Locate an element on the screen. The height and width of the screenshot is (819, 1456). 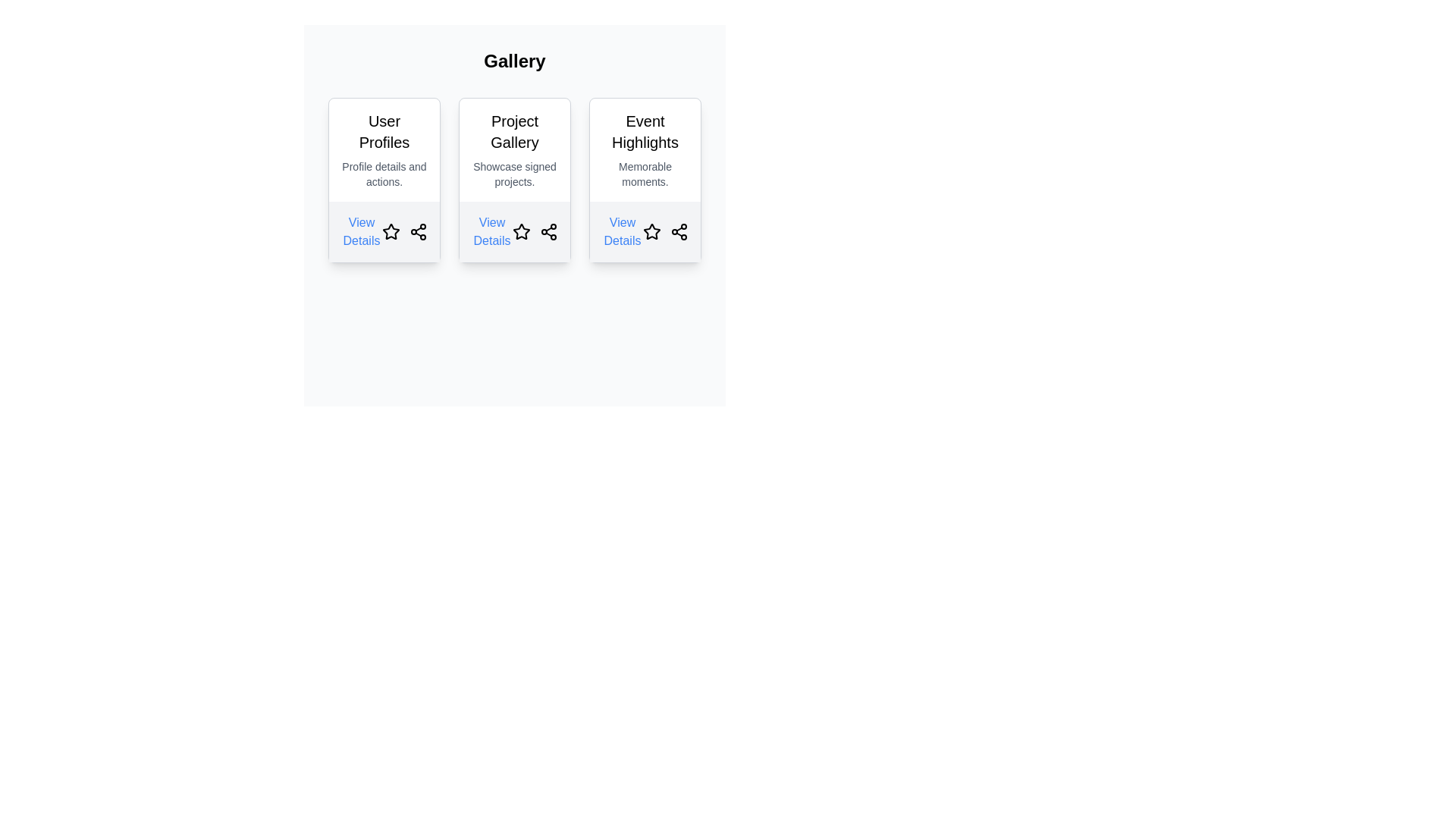
the 'User Profiles' hyperlink text located in the bottom left corner of the 'User Profiles' card is located at coordinates (360, 231).